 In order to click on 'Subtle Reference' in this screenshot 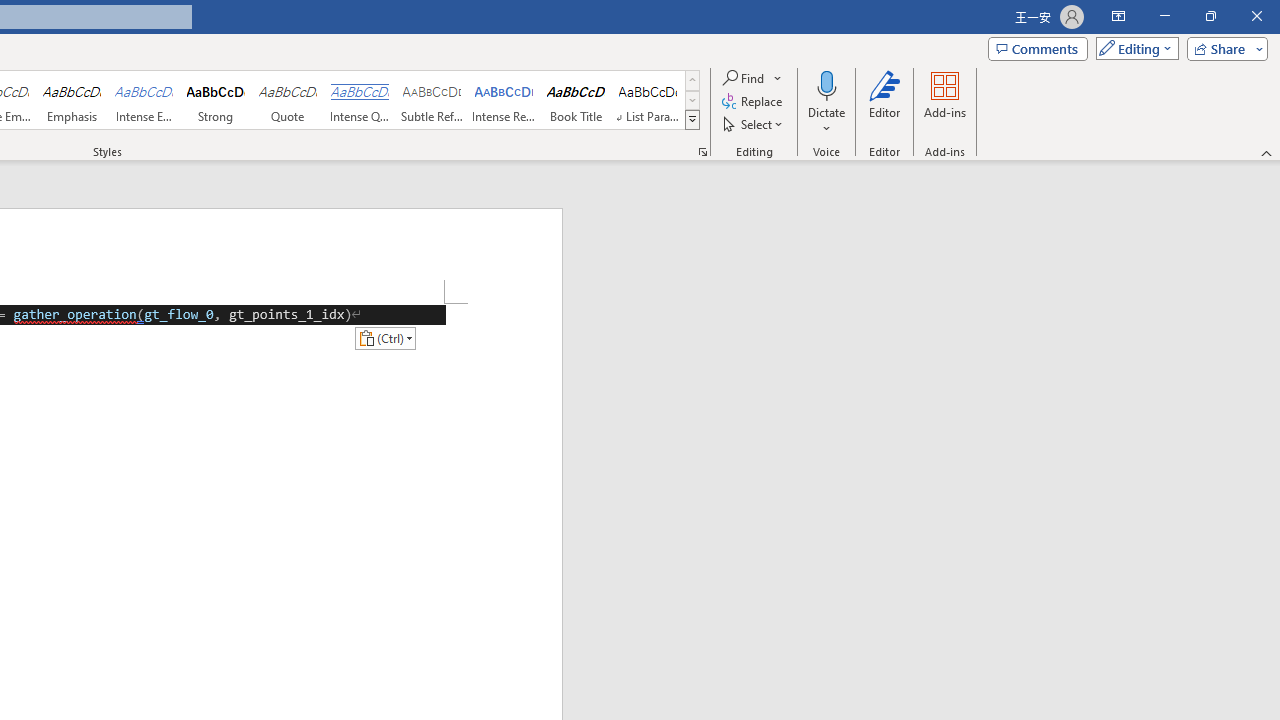, I will do `click(431, 100)`.